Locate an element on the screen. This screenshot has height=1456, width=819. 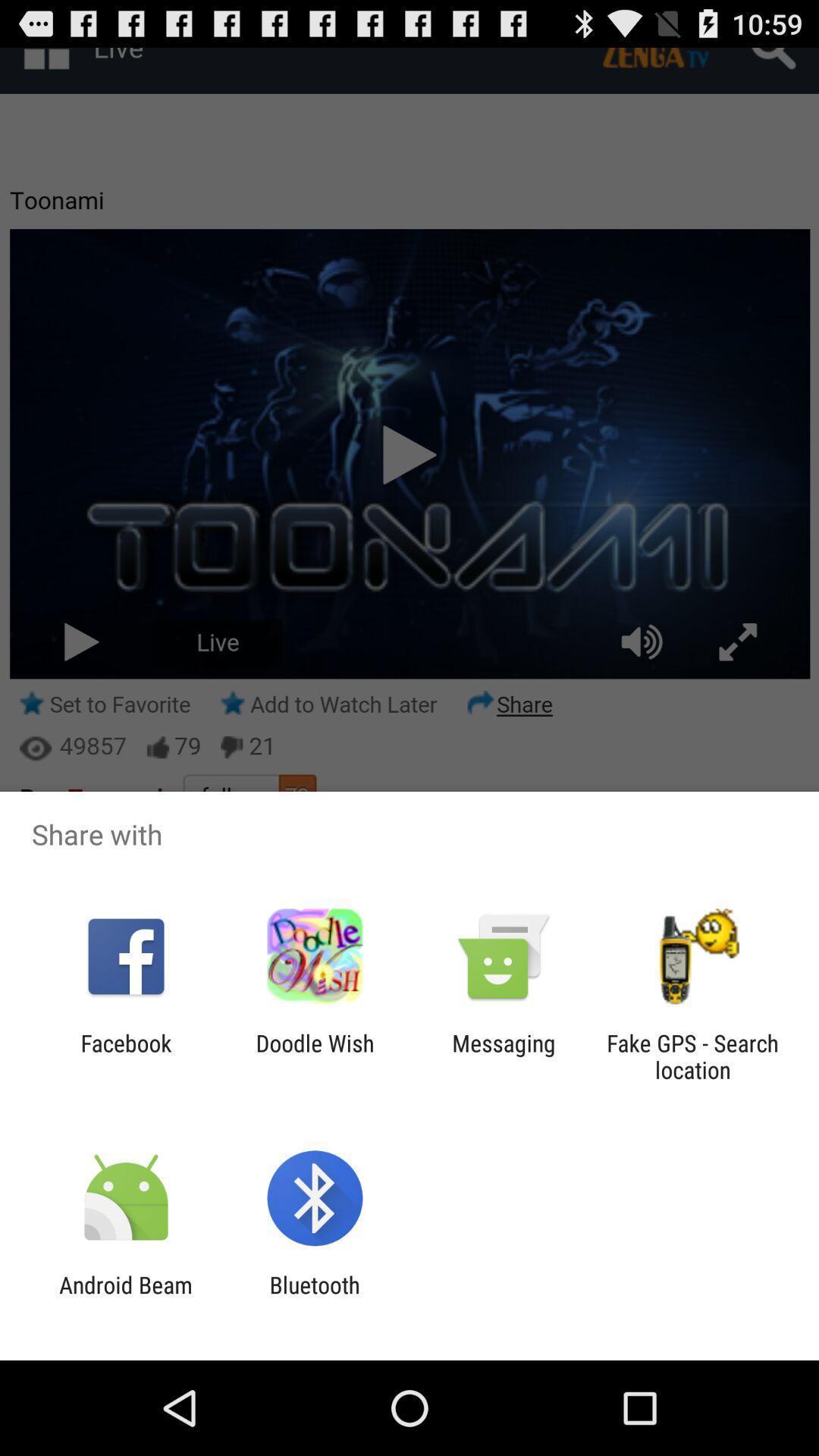
the app to the right of the messaging item is located at coordinates (692, 1056).